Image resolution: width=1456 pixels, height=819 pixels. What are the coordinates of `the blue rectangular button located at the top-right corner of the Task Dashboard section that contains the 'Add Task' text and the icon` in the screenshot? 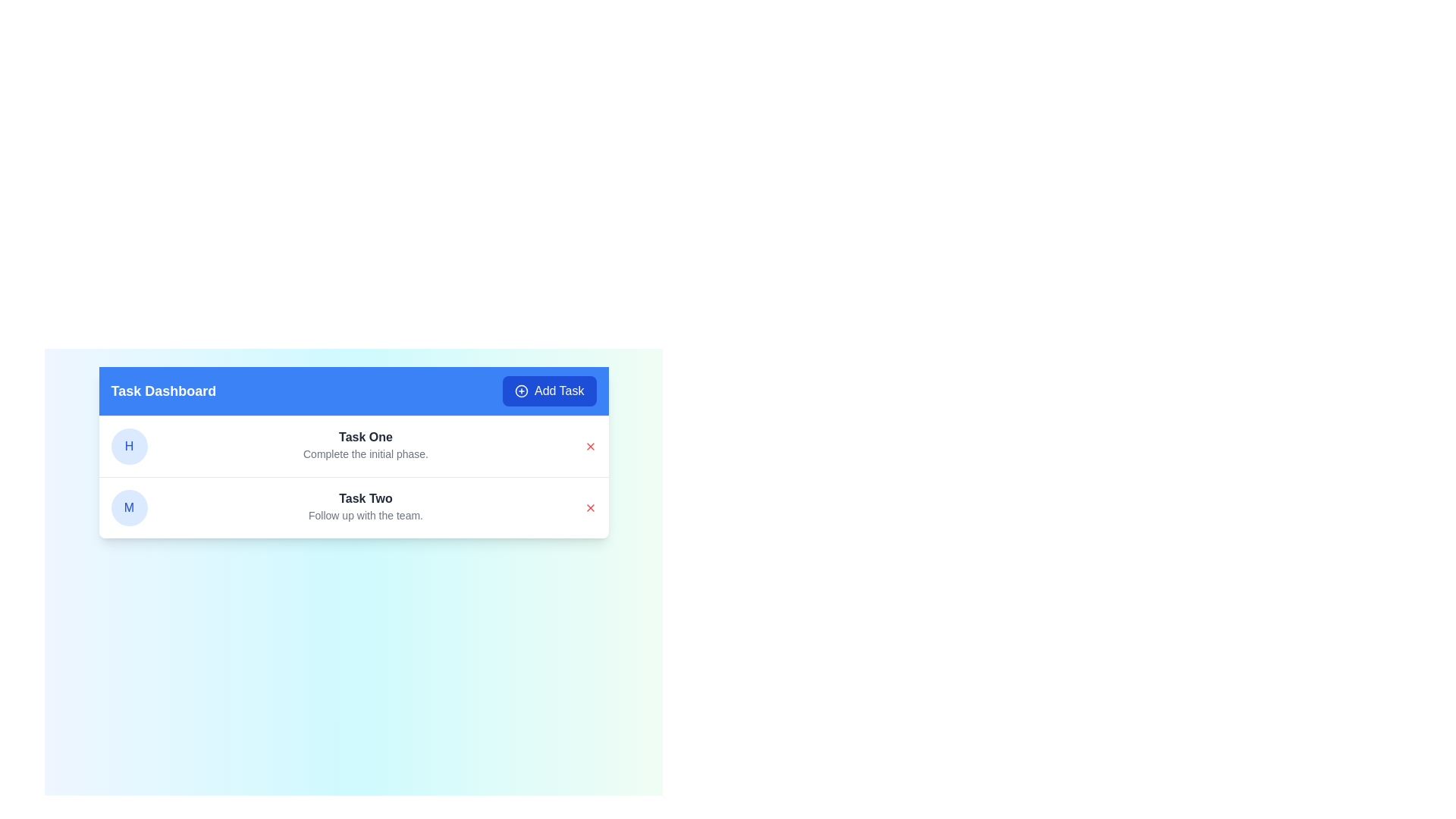 It's located at (521, 391).